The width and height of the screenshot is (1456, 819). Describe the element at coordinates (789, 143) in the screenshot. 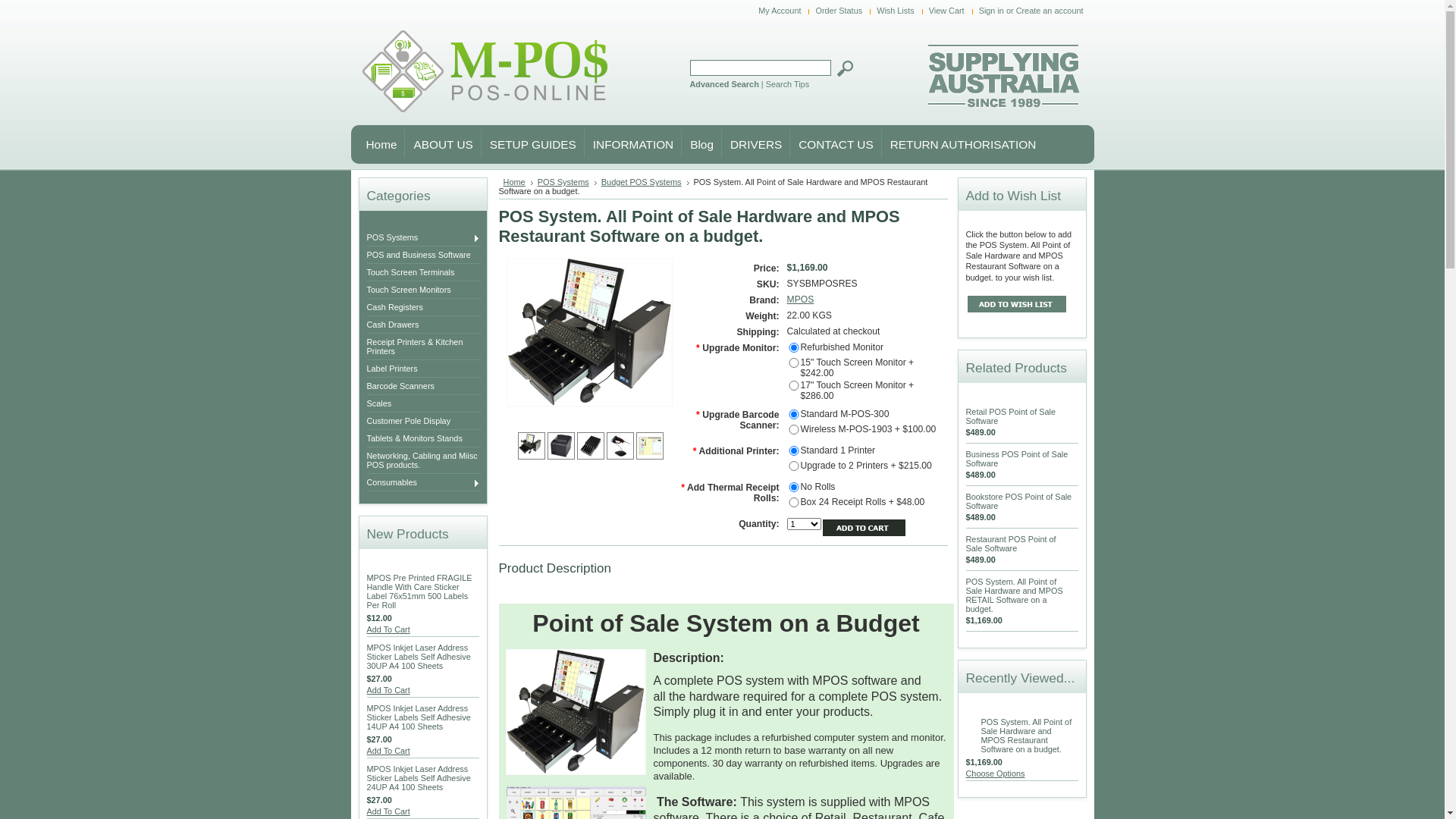

I see `'CONTACT US'` at that location.